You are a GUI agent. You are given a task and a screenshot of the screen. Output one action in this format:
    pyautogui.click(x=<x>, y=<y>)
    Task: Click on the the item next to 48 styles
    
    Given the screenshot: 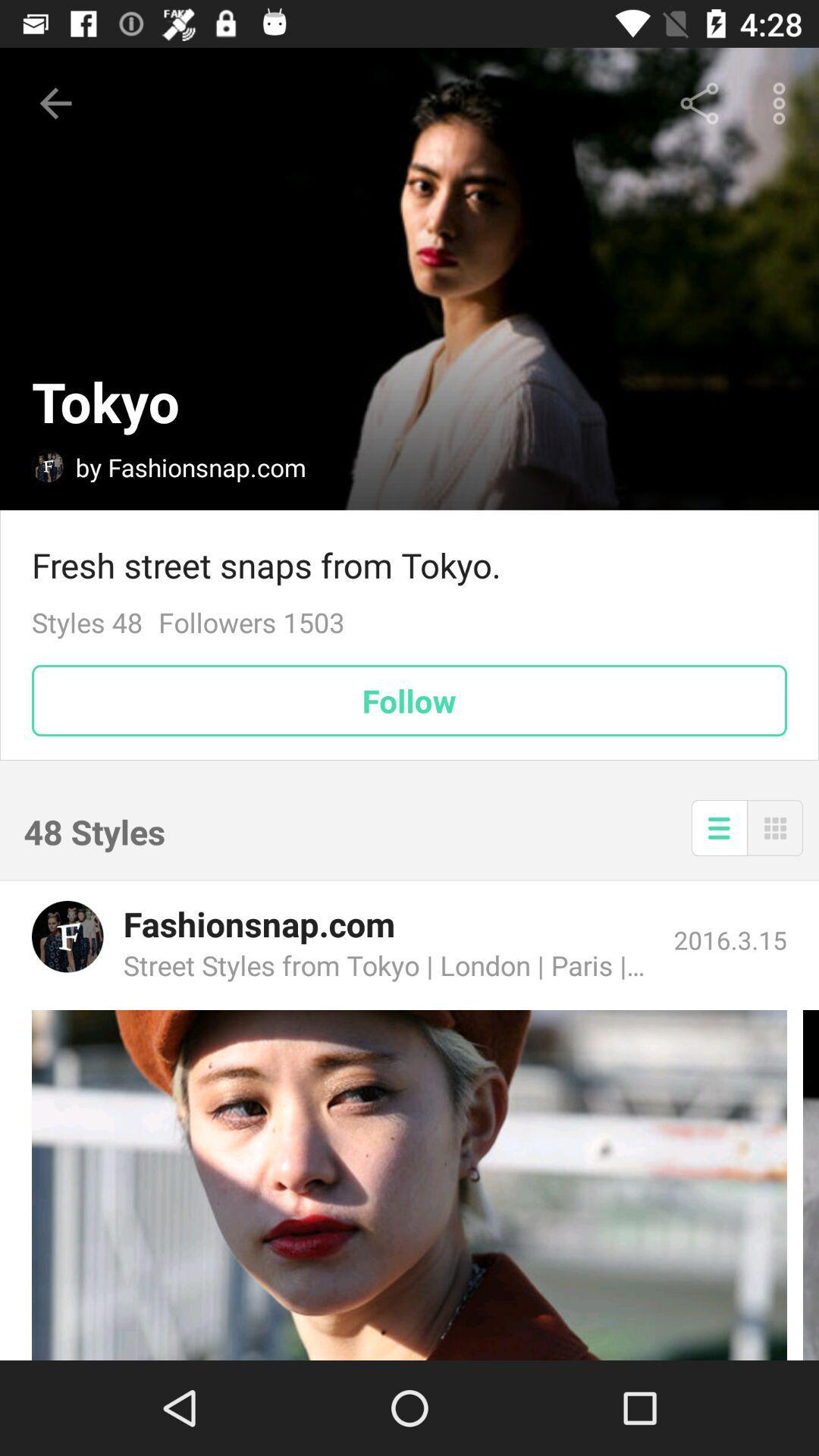 What is the action you would take?
    pyautogui.click(x=718, y=827)
    